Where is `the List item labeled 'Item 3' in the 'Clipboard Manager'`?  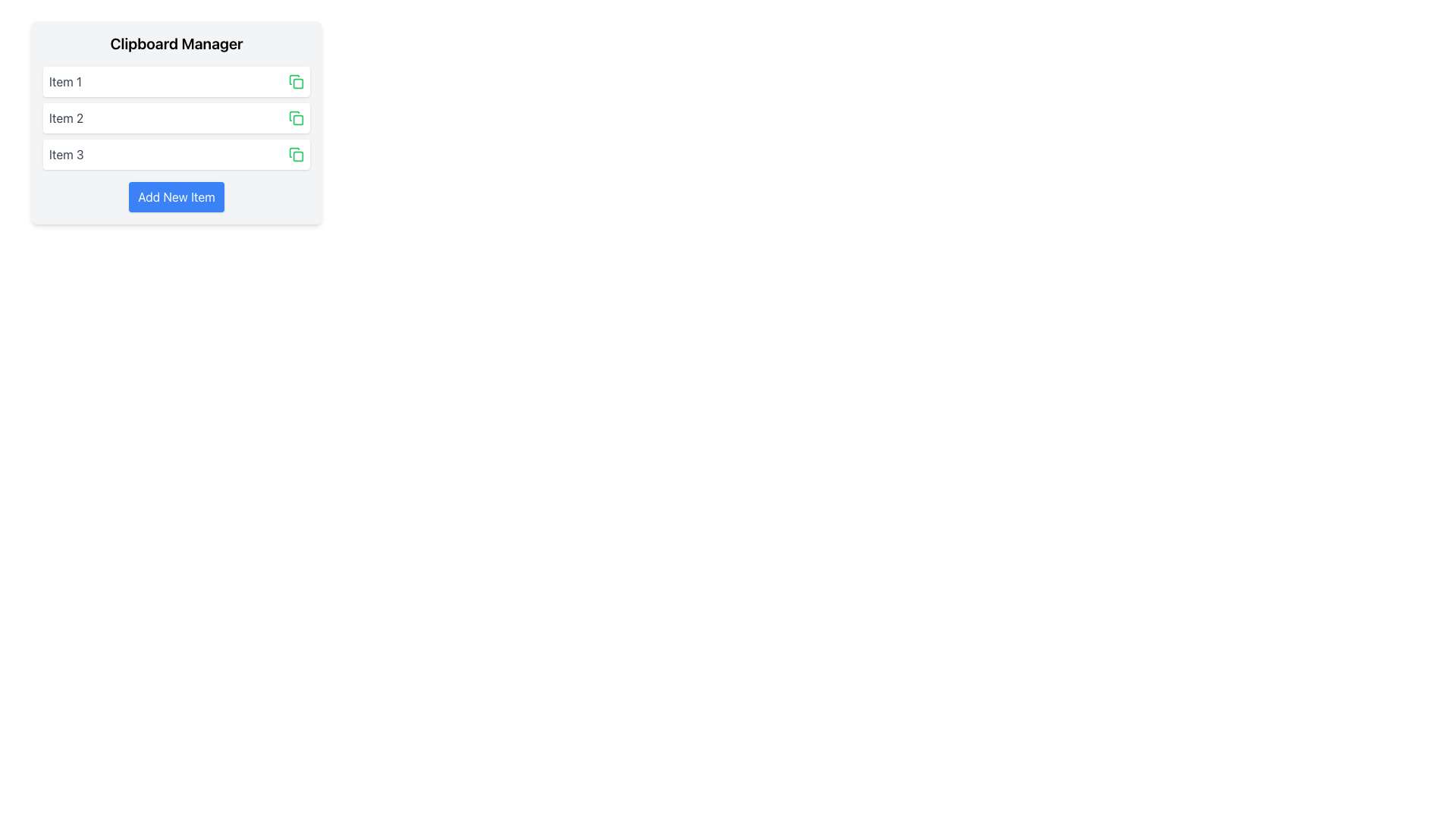 the List item labeled 'Item 3' in the 'Clipboard Manager' is located at coordinates (177, 155).